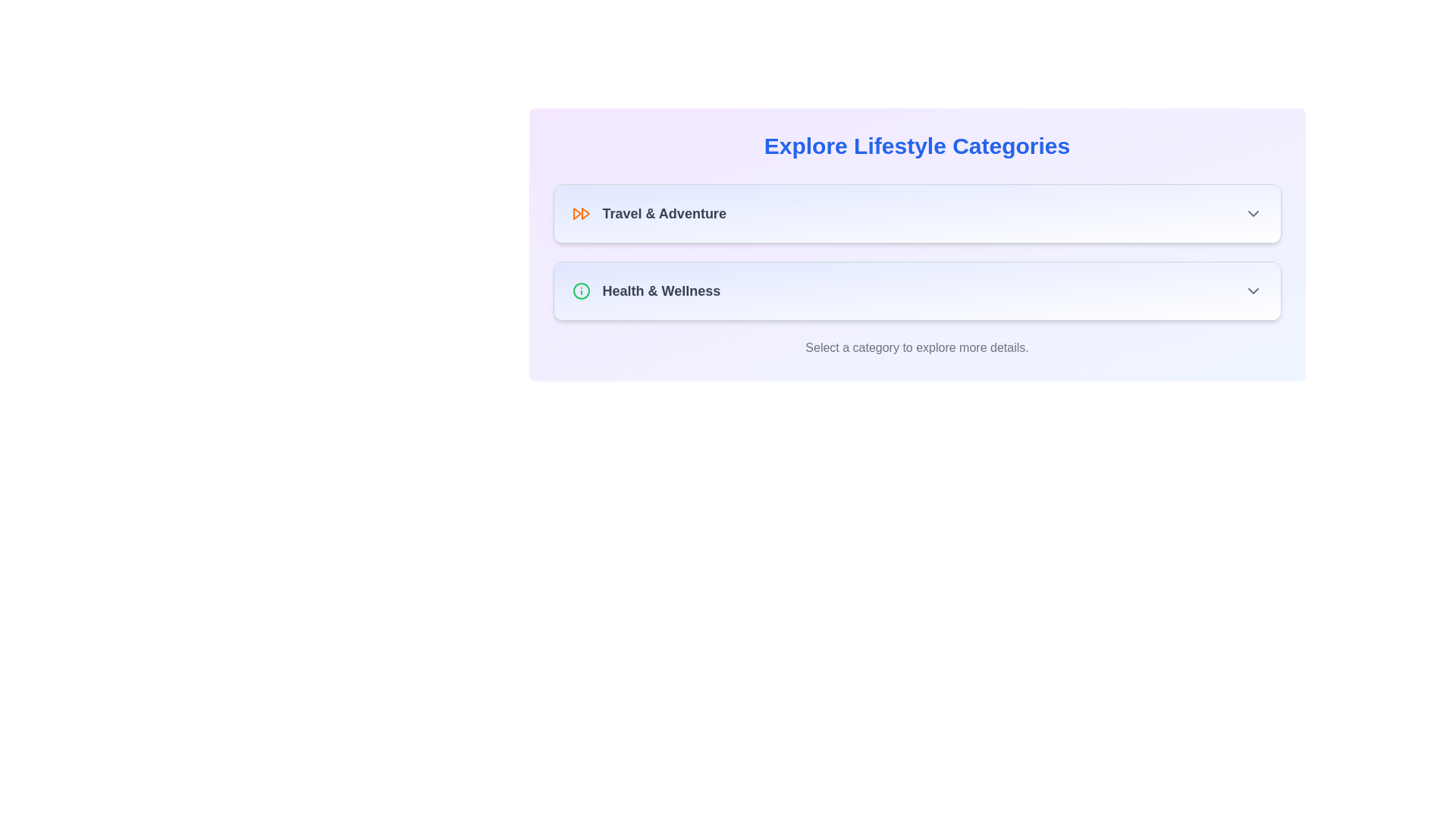 The image size is (1456, 819). I want to click on the 'Travel & Adventure' clickable label with the double arrow icon, so click(649, 213).